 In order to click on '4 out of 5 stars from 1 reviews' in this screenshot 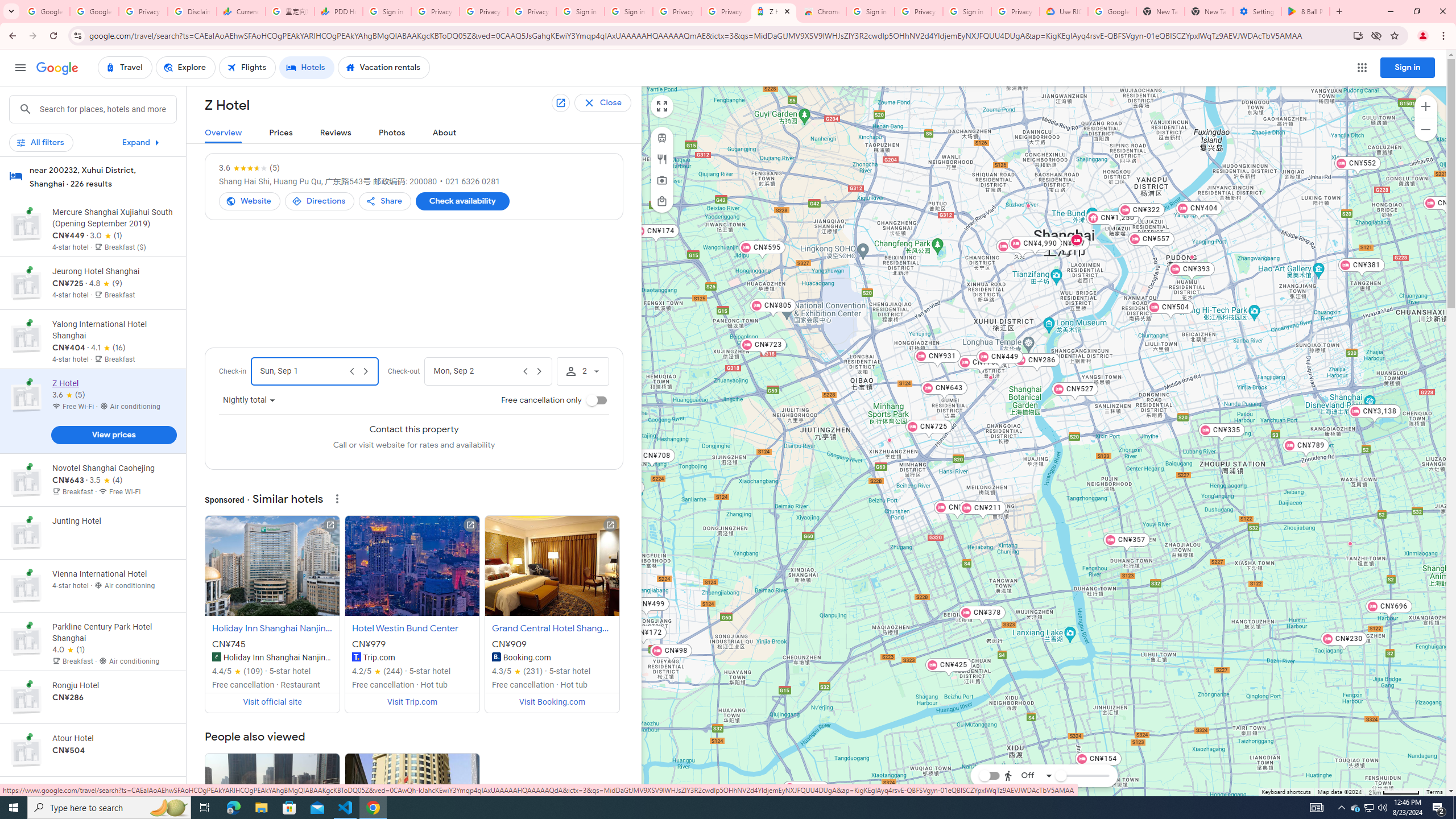, I will do `click(69, 650)`.